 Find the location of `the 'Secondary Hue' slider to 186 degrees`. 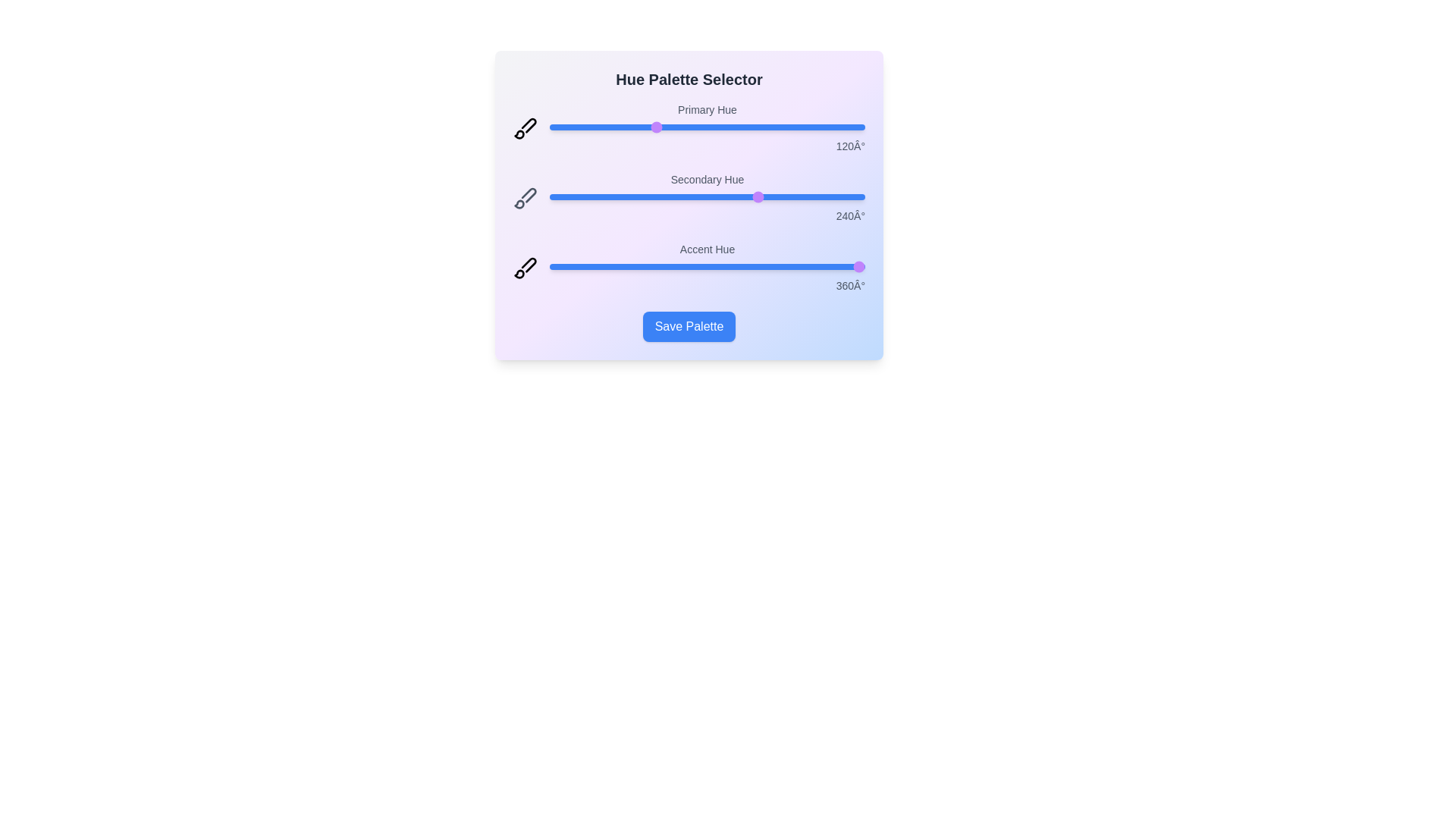

the 'Secondary Hue' slider to 186 degrees is located at coordinates (711, 196).